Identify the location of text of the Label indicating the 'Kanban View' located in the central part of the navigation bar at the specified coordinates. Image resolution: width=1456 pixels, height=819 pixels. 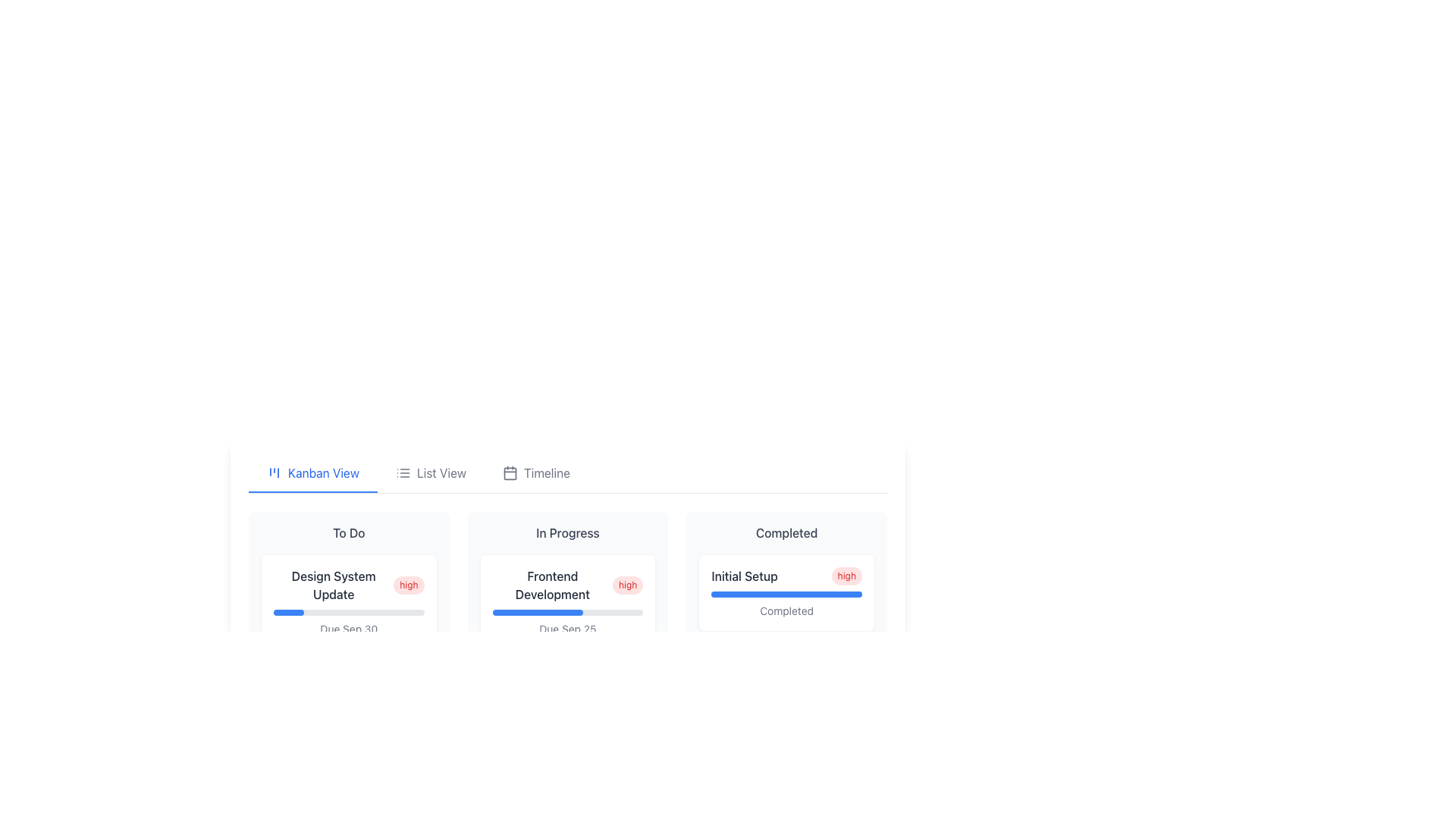
(323, 472).